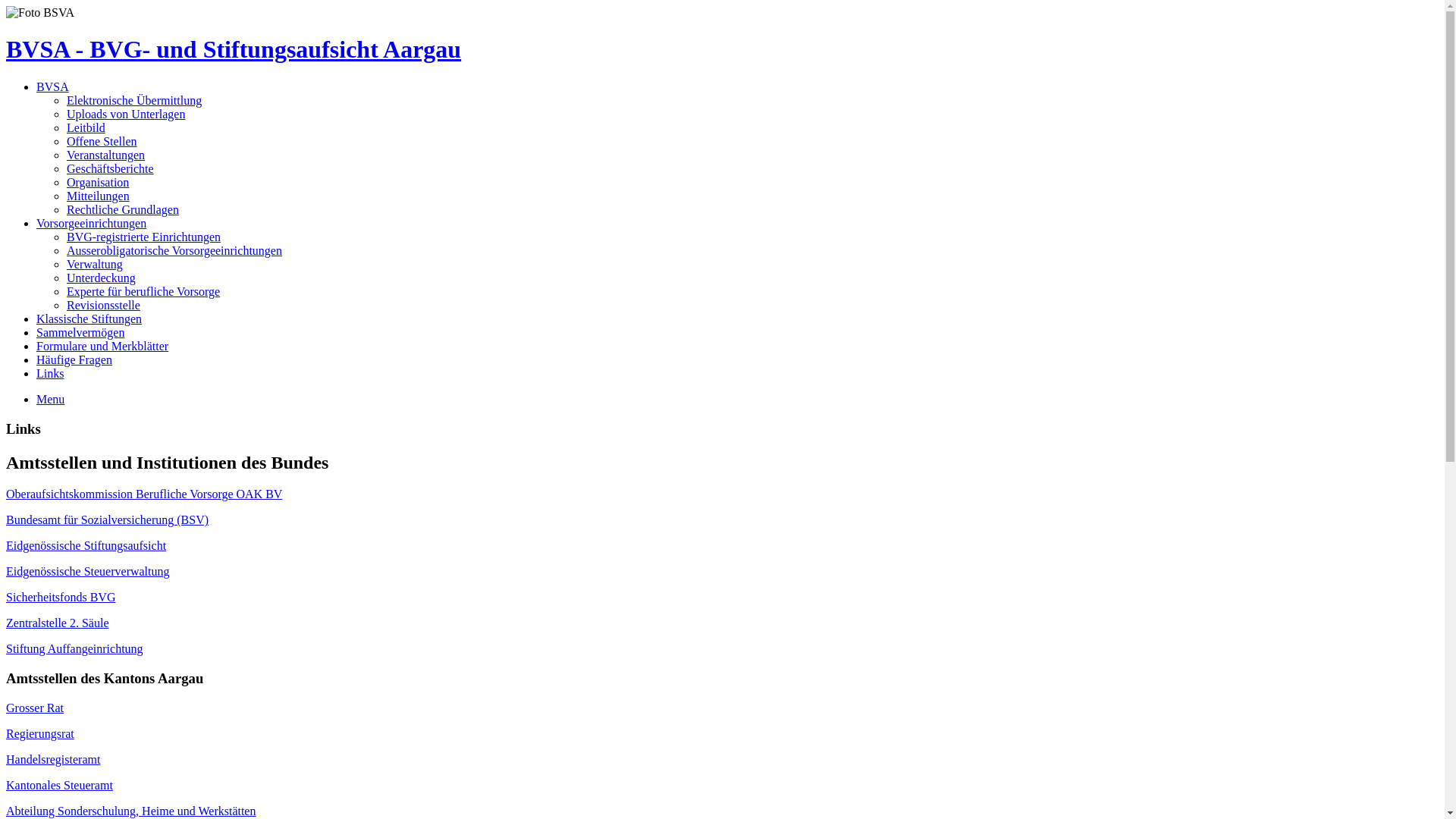 The width and height of the screenshot is (1456, 819). Describe the element at coordinates (102, 305) in the screenshot. I see `'Revisionsstelle'` at that location.